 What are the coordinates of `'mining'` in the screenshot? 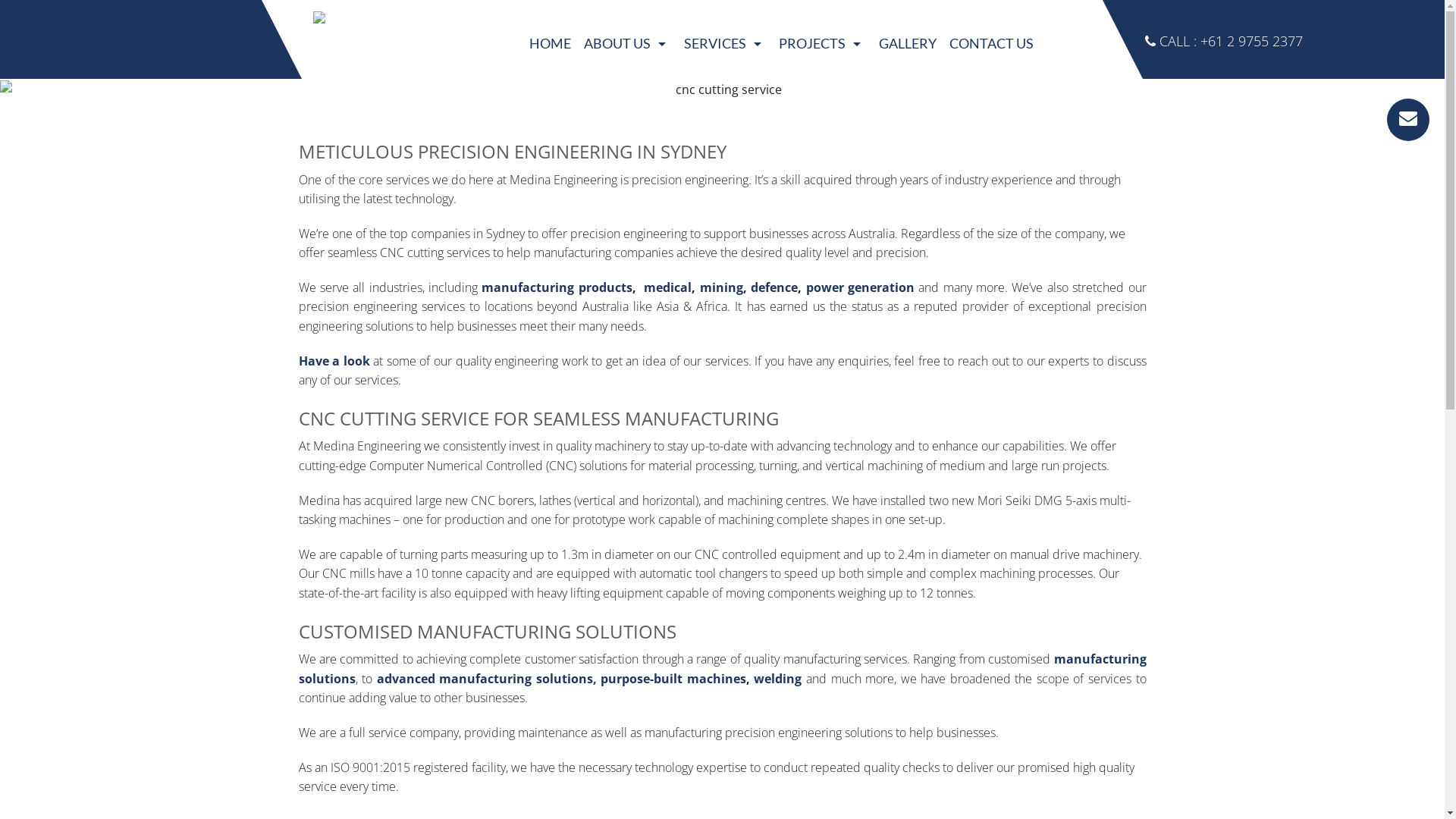 It's located at (720, 287).